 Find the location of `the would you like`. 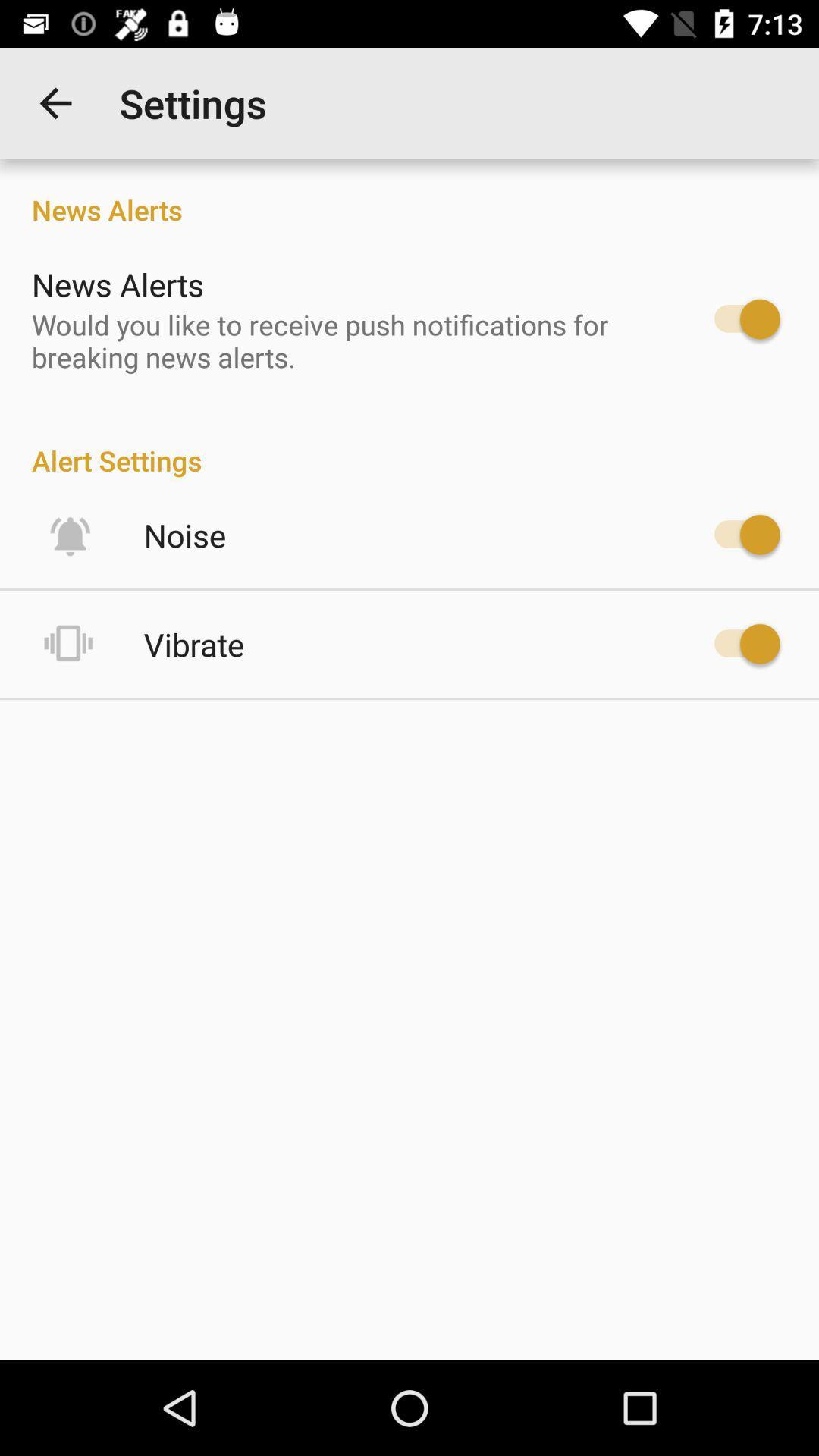

the would you like is located at coordinates (346, 340).